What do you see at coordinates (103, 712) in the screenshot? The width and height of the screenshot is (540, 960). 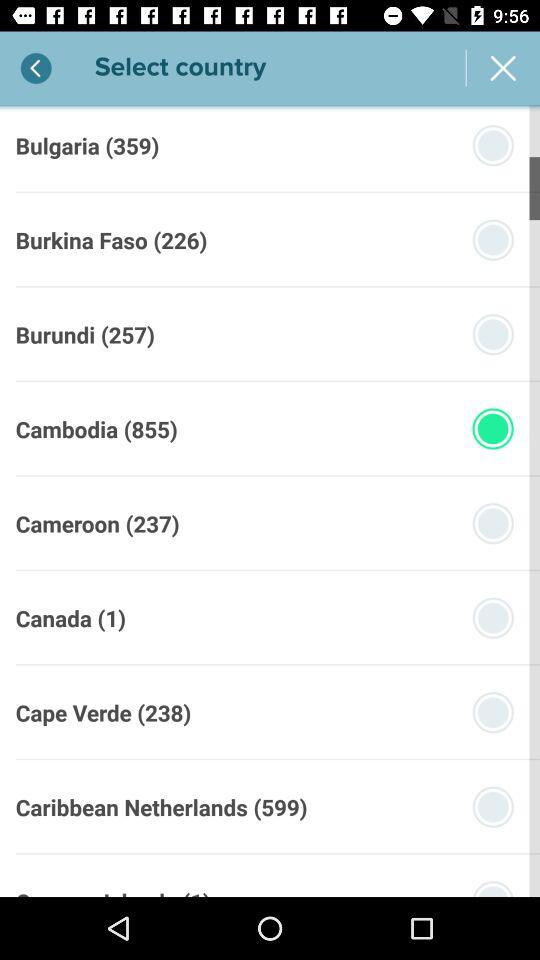 I see `the cape verde (238) item` at bounding box center [103, 712].